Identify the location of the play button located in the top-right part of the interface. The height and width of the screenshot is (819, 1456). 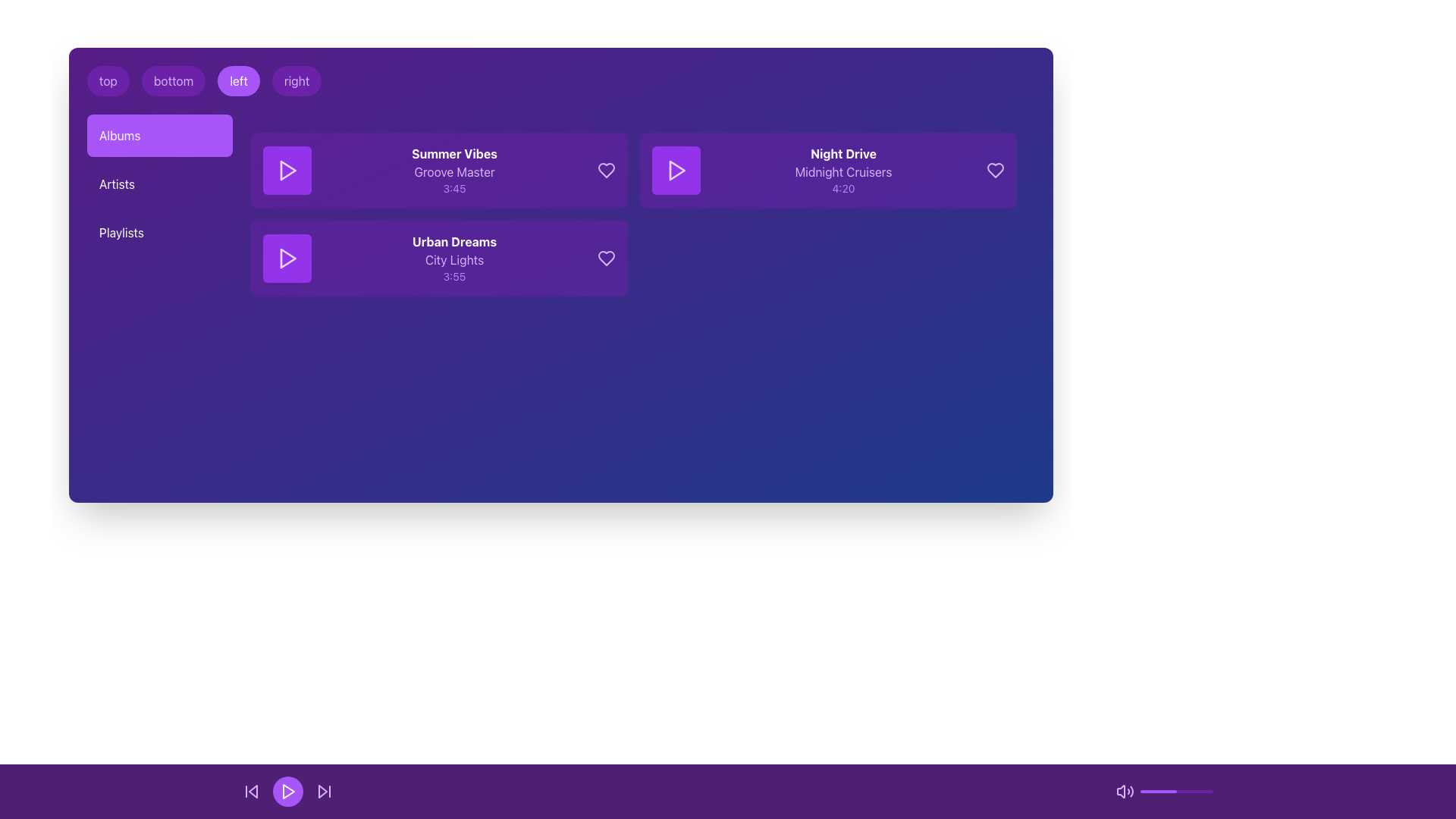
(676, 170).